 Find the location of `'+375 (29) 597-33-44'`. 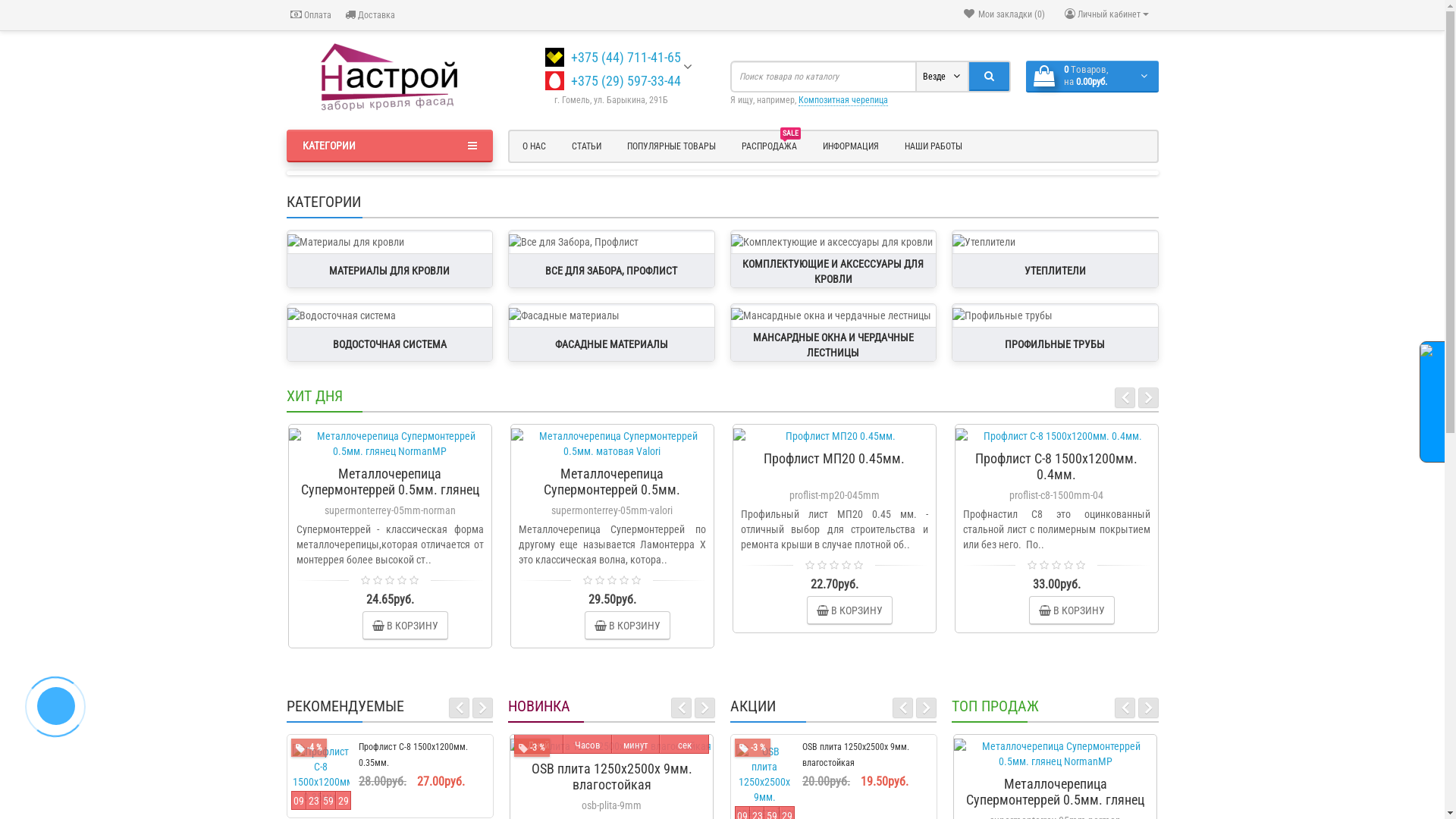

'+375 (29) 597-33-44' is located at coordinates (570, 80).